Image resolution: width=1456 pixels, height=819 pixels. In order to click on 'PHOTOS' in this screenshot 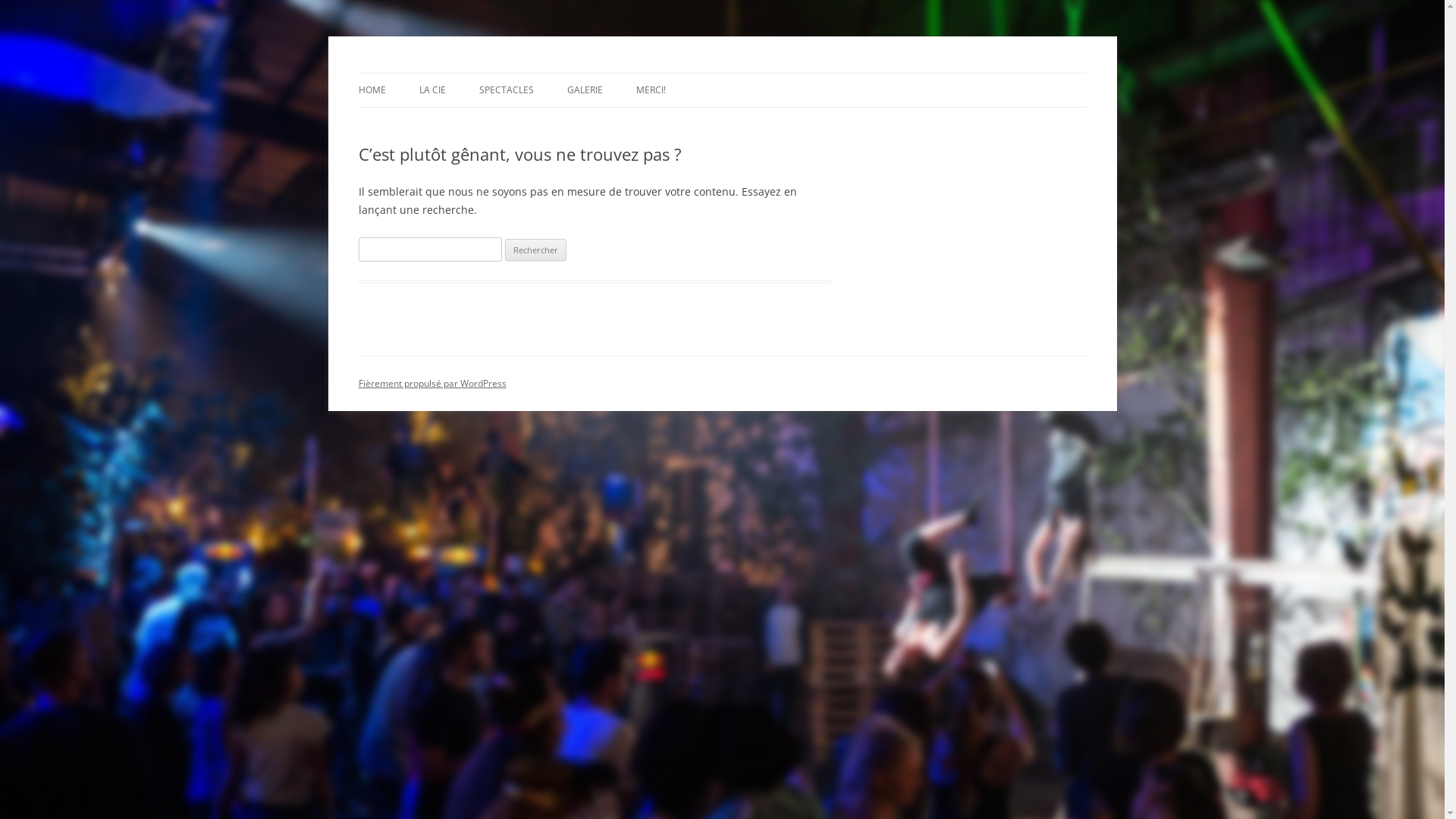, I will do `click(643, 121)`.